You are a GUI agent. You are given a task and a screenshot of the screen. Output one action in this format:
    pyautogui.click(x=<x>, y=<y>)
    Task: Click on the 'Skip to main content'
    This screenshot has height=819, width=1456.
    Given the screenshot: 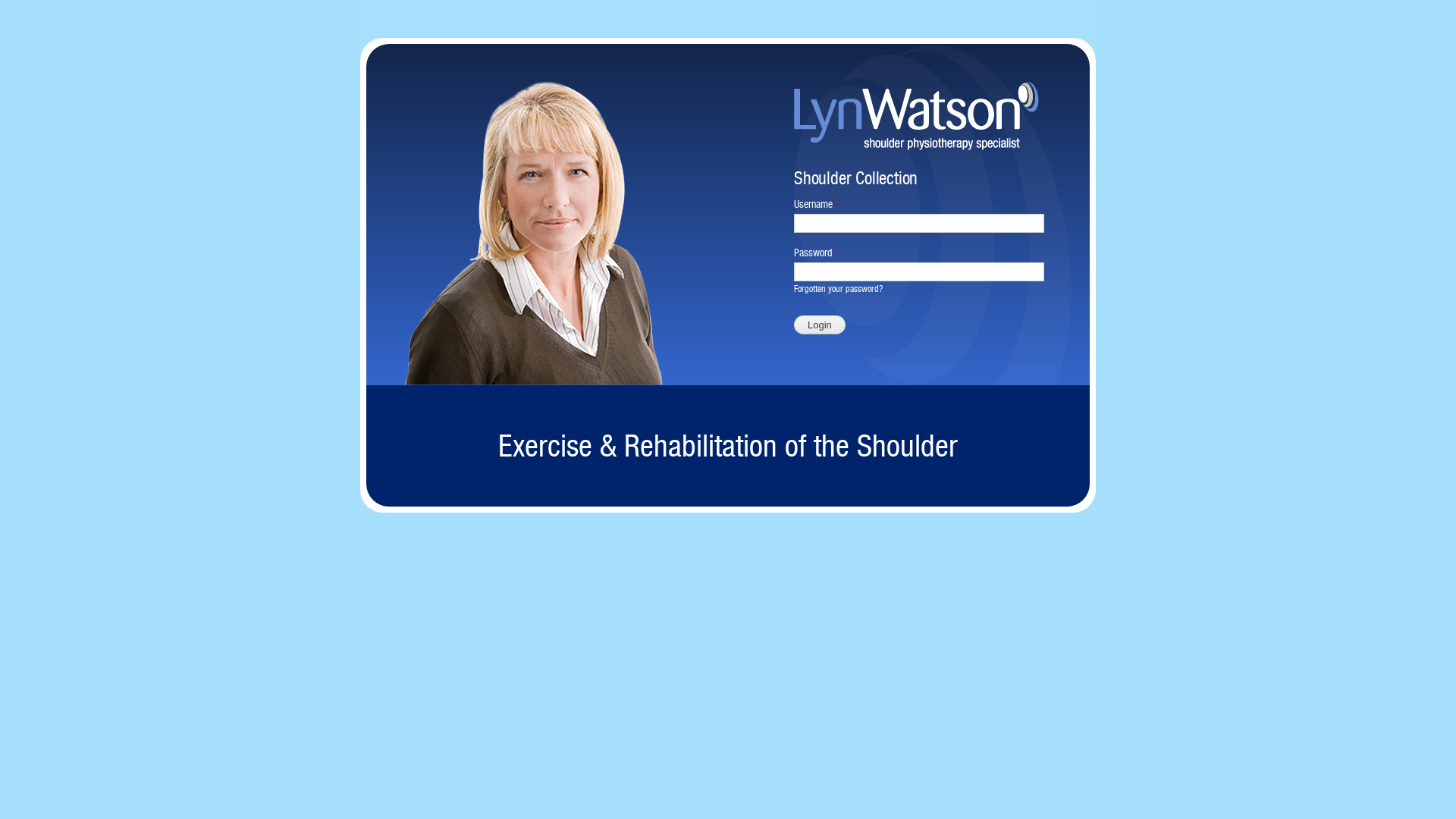 What is the action you would take?
    pyautogui.click(x=695, y=2)
    